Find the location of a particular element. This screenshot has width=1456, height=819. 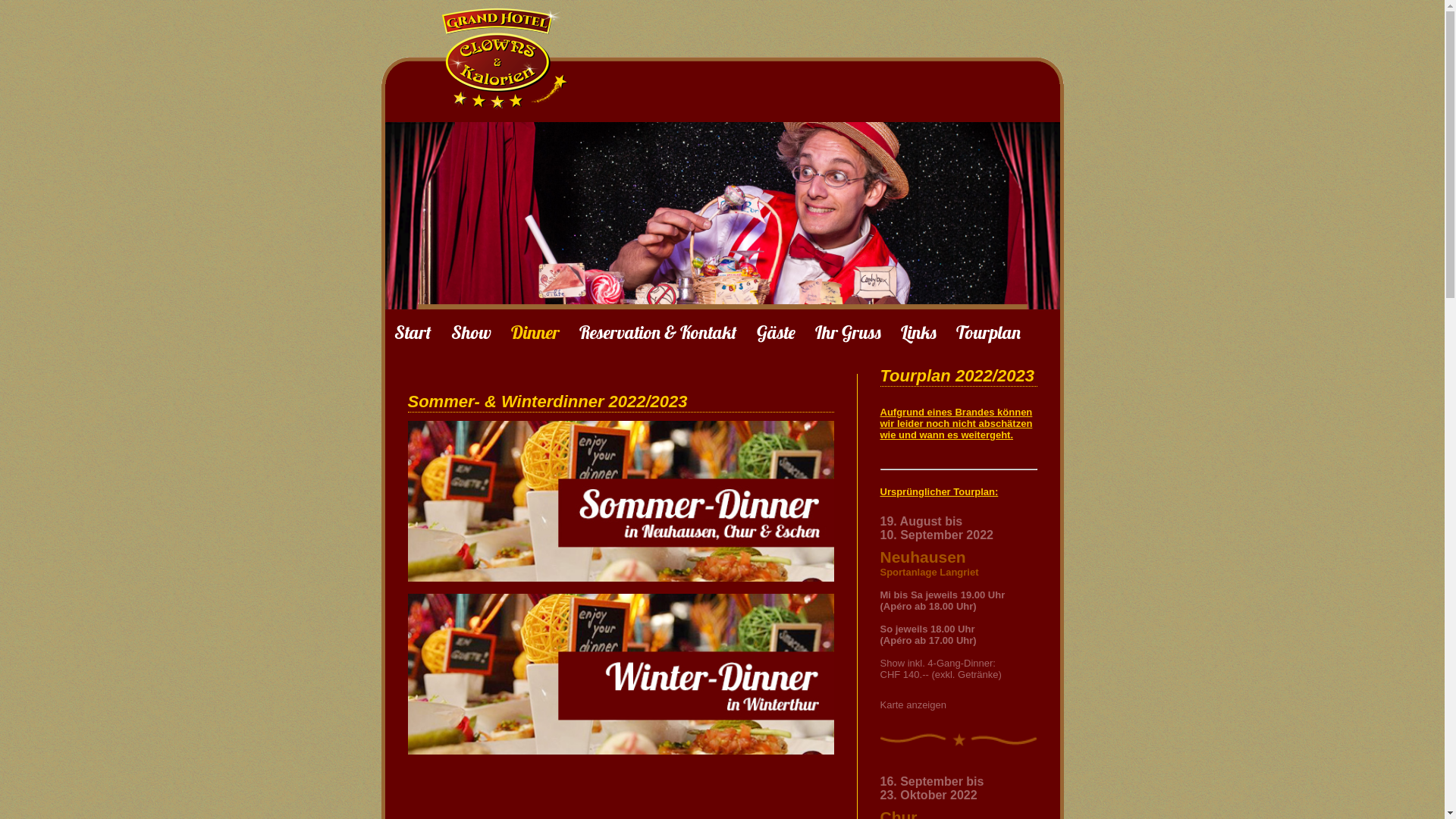

'Dinner' is located at coordinates (510, 331).